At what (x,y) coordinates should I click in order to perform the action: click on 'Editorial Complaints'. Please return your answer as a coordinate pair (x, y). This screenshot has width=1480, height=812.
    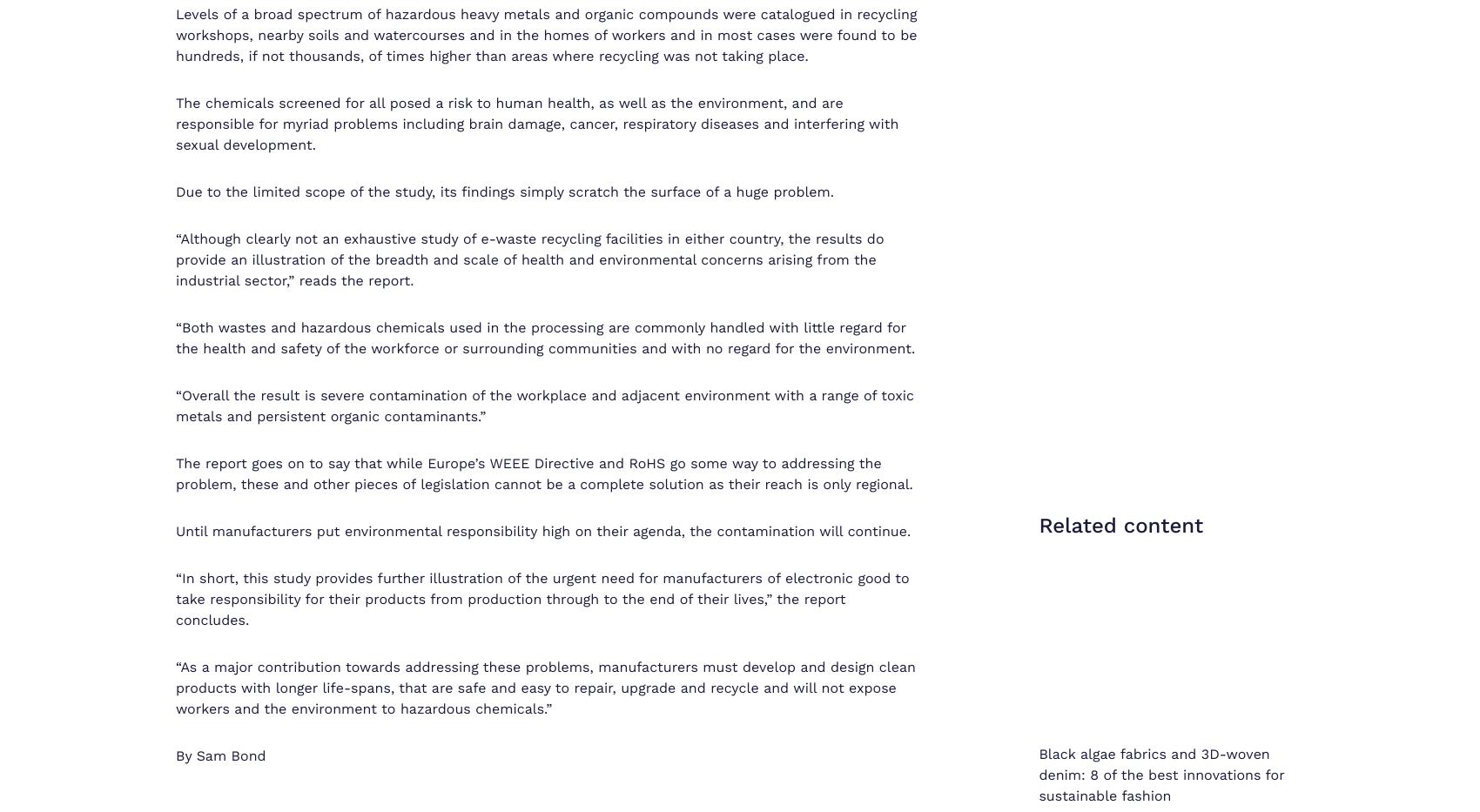
    Looking at the image, I should click on (1202, 791).